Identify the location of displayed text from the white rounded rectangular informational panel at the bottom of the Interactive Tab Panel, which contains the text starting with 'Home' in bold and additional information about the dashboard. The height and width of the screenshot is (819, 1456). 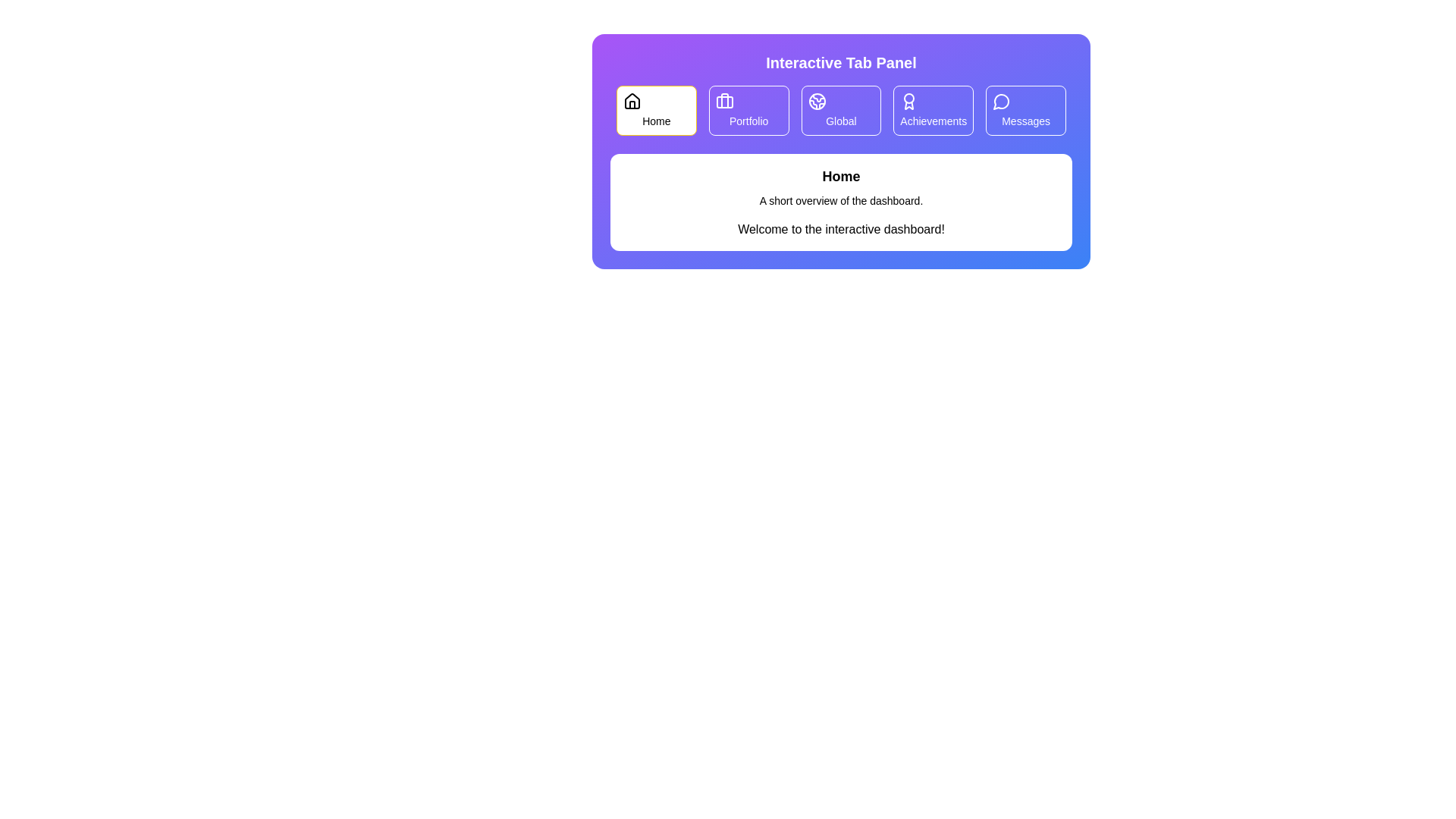
(840, 201).